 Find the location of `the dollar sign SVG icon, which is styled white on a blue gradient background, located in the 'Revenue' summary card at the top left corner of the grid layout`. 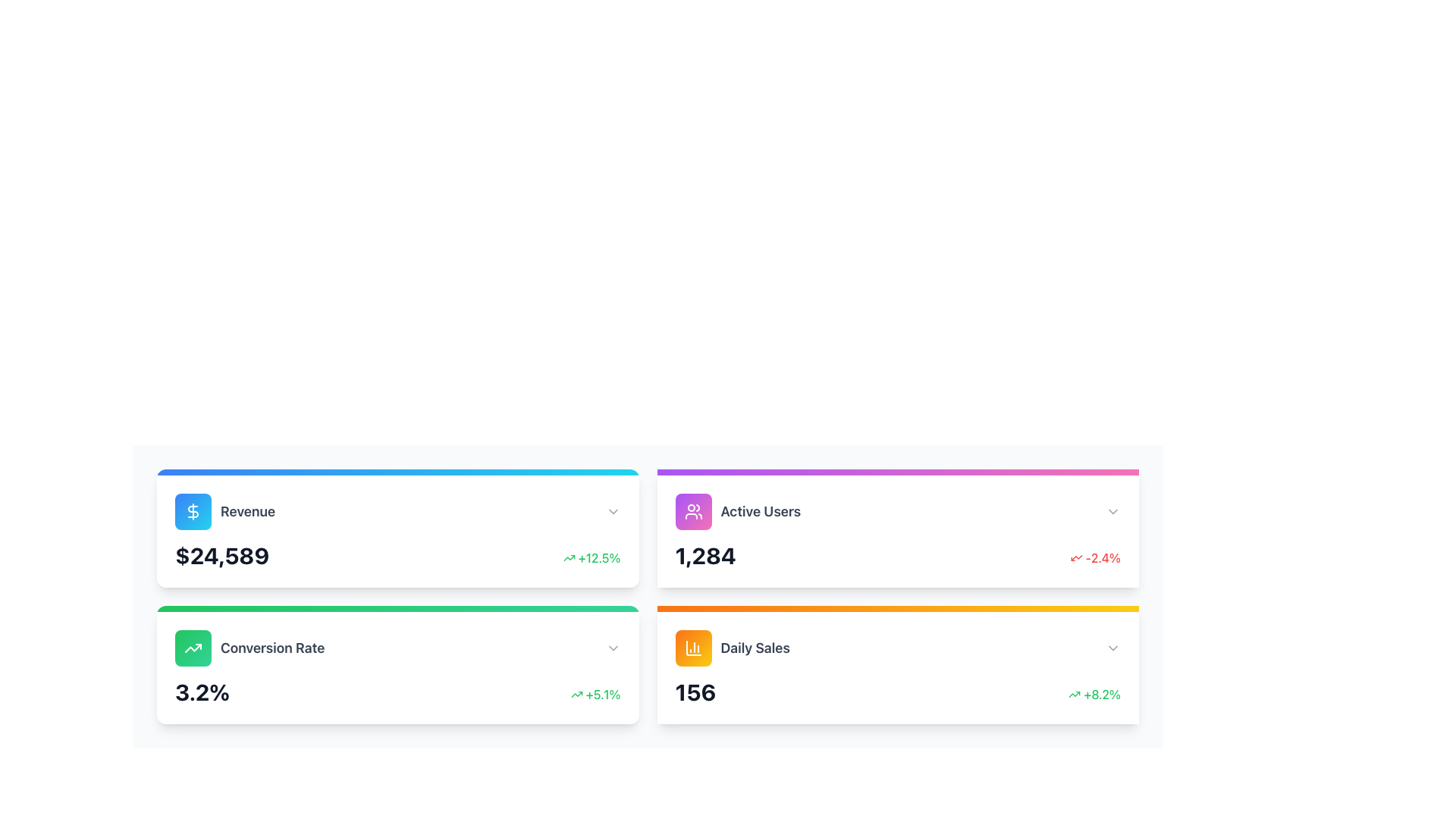

the dollar sign SVG icon, which is styled white on a blue gradient background, located in the 'Revenue' summary card at the top left corner of the grid layout is located at coordinates (192, 512).